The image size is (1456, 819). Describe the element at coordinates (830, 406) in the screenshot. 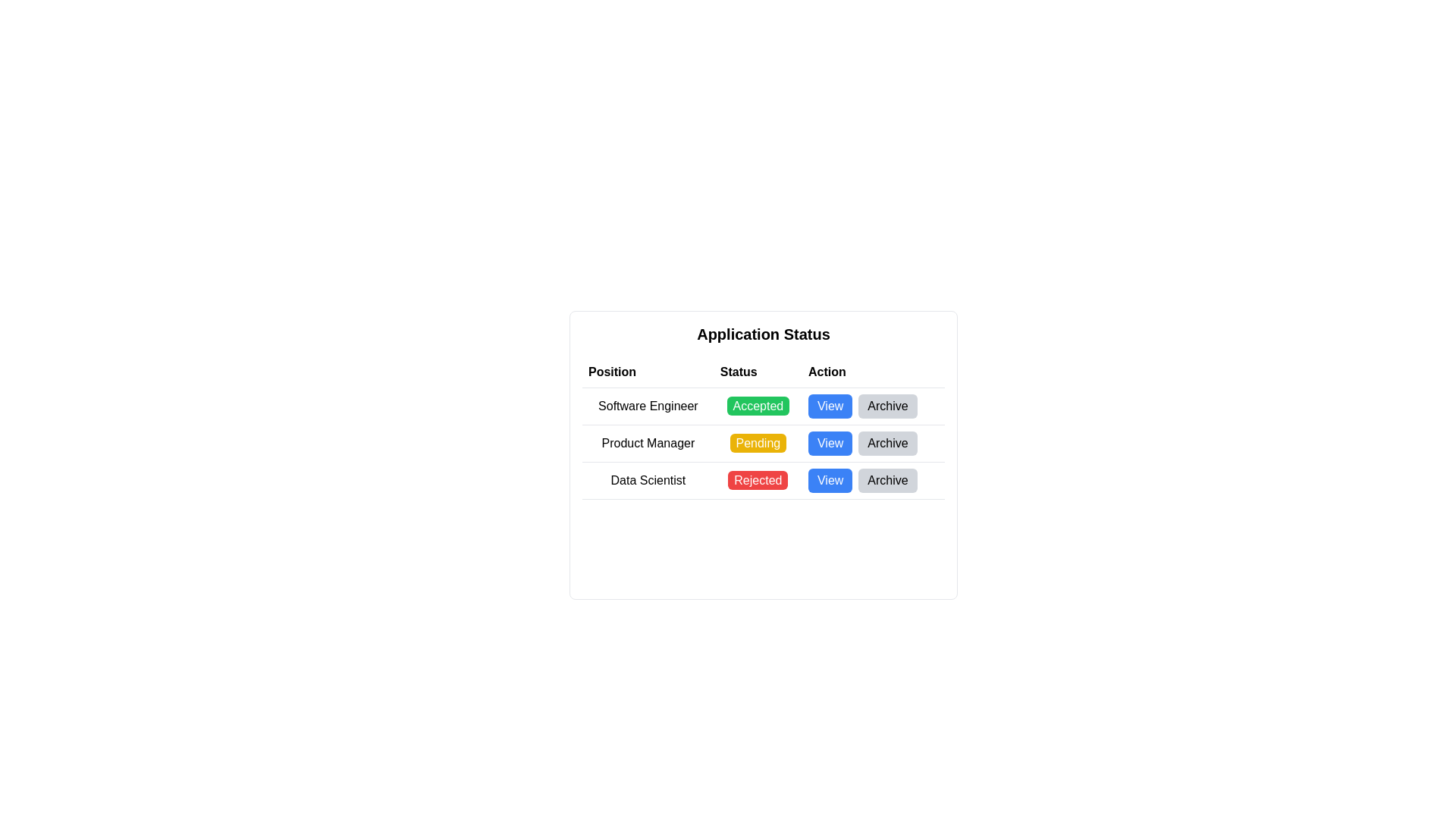

I see `the button located in the 'Action' column at the top row, which triggers additional details for the 'Software Engineer' position` at that location.